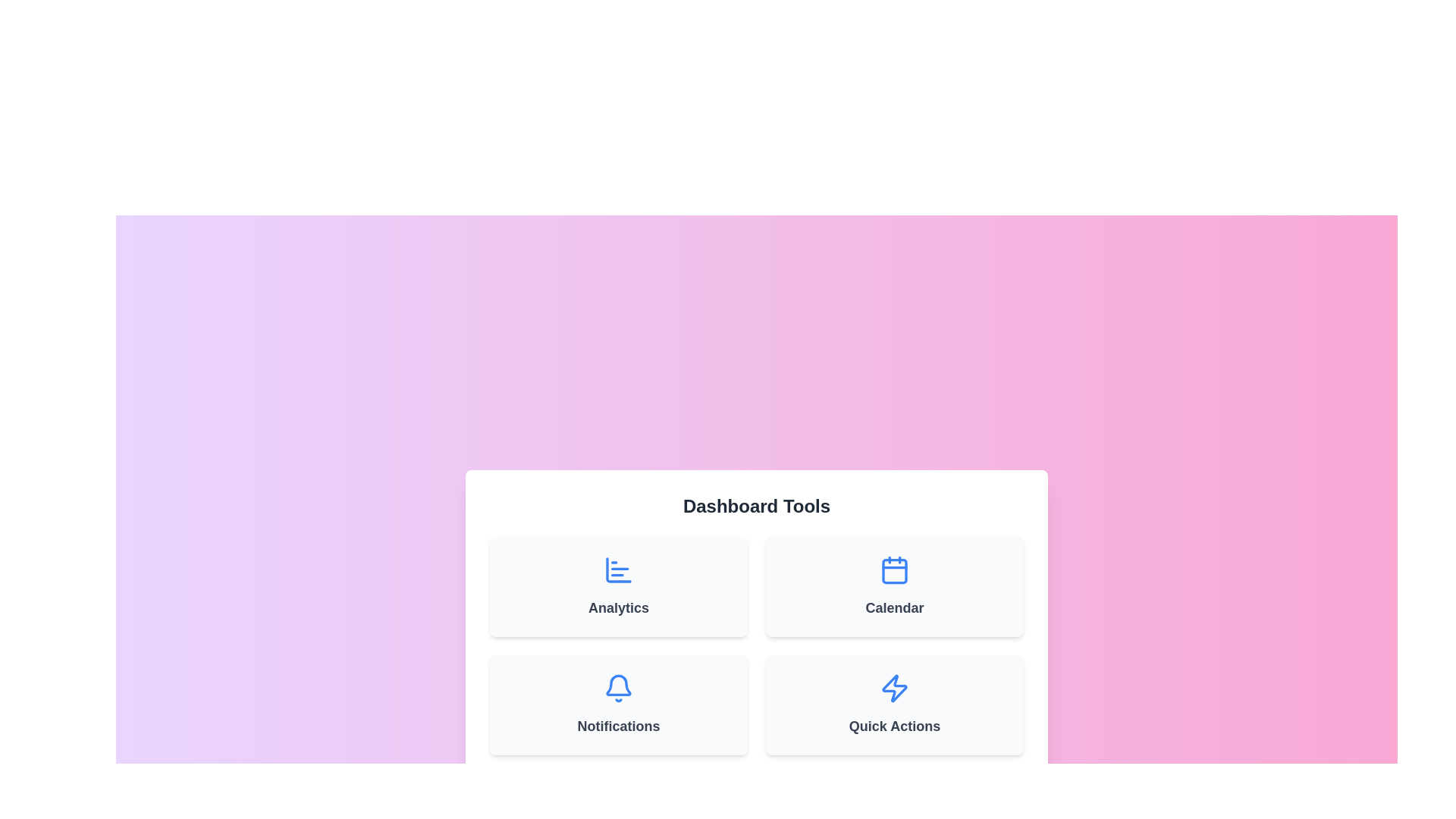 Image resolution: width=1456 pixels, height=819 pixels. What do you see at coordinates (895, 688) in the screenshot?
I see `the 'Quick Actions' icon located in the bottom-right corner of the 'Dashboard Tools' section, which serves as a visual representation of speed and immediacy` at bounding box center [895, 688].